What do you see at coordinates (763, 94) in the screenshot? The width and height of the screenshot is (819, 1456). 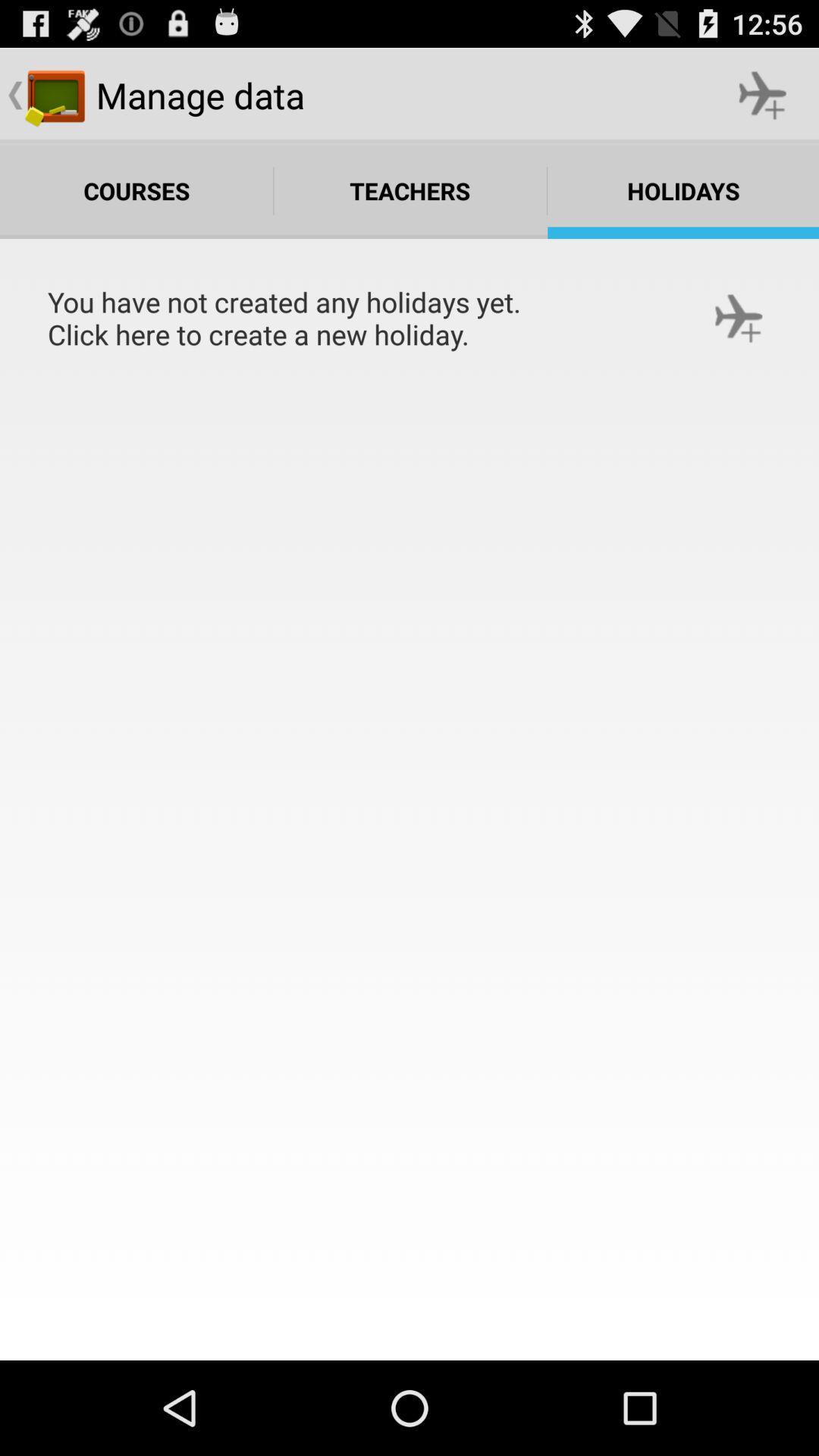 I see `app above holidays item` at bounding box center [763, 94].